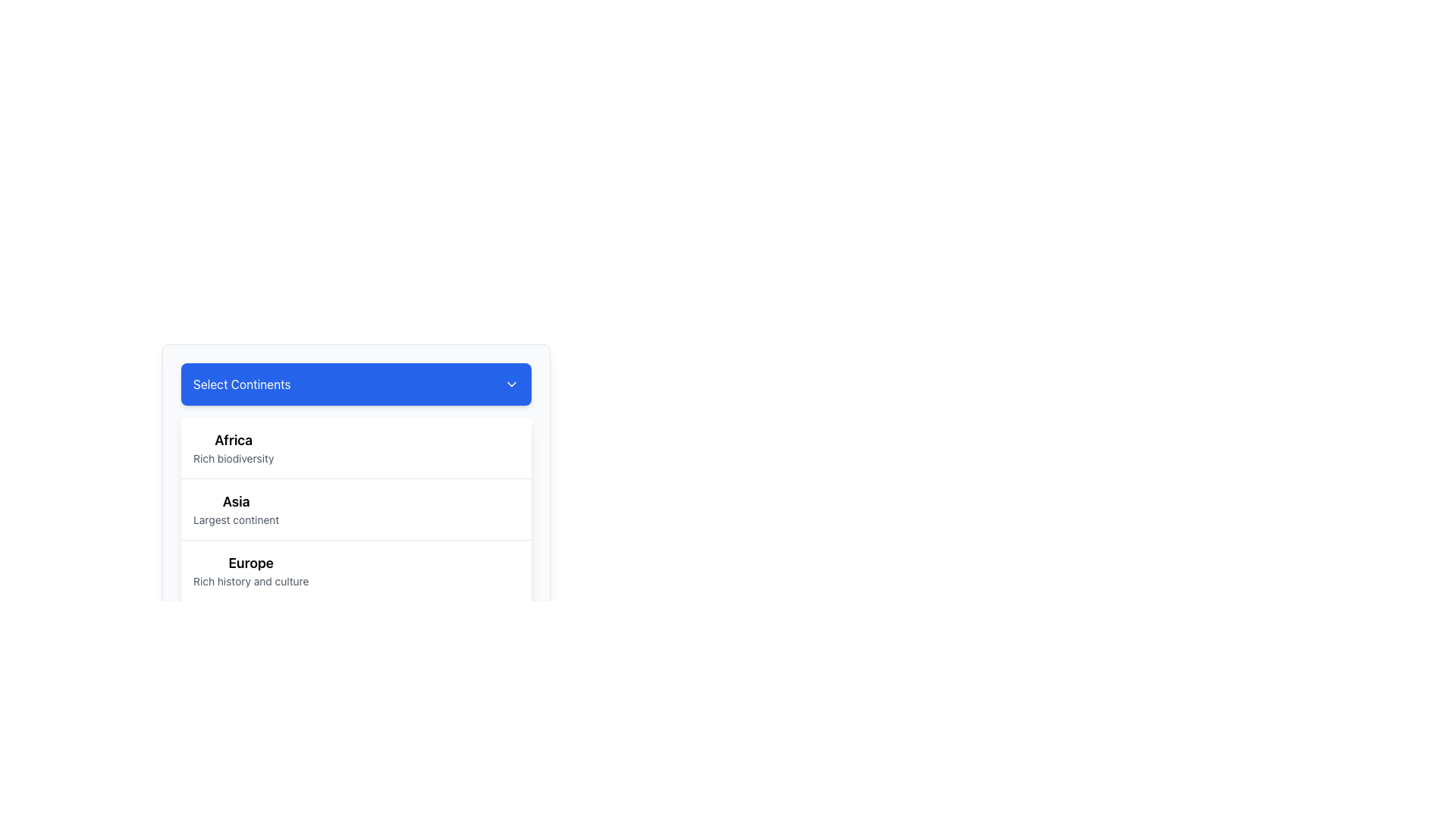 The width and height of the screenshot is (1456, 819). Describe the element at coordinates (235, 509) in the screenshot. I see `the text option labeled 'Asia' in the dropdown list` at that location.